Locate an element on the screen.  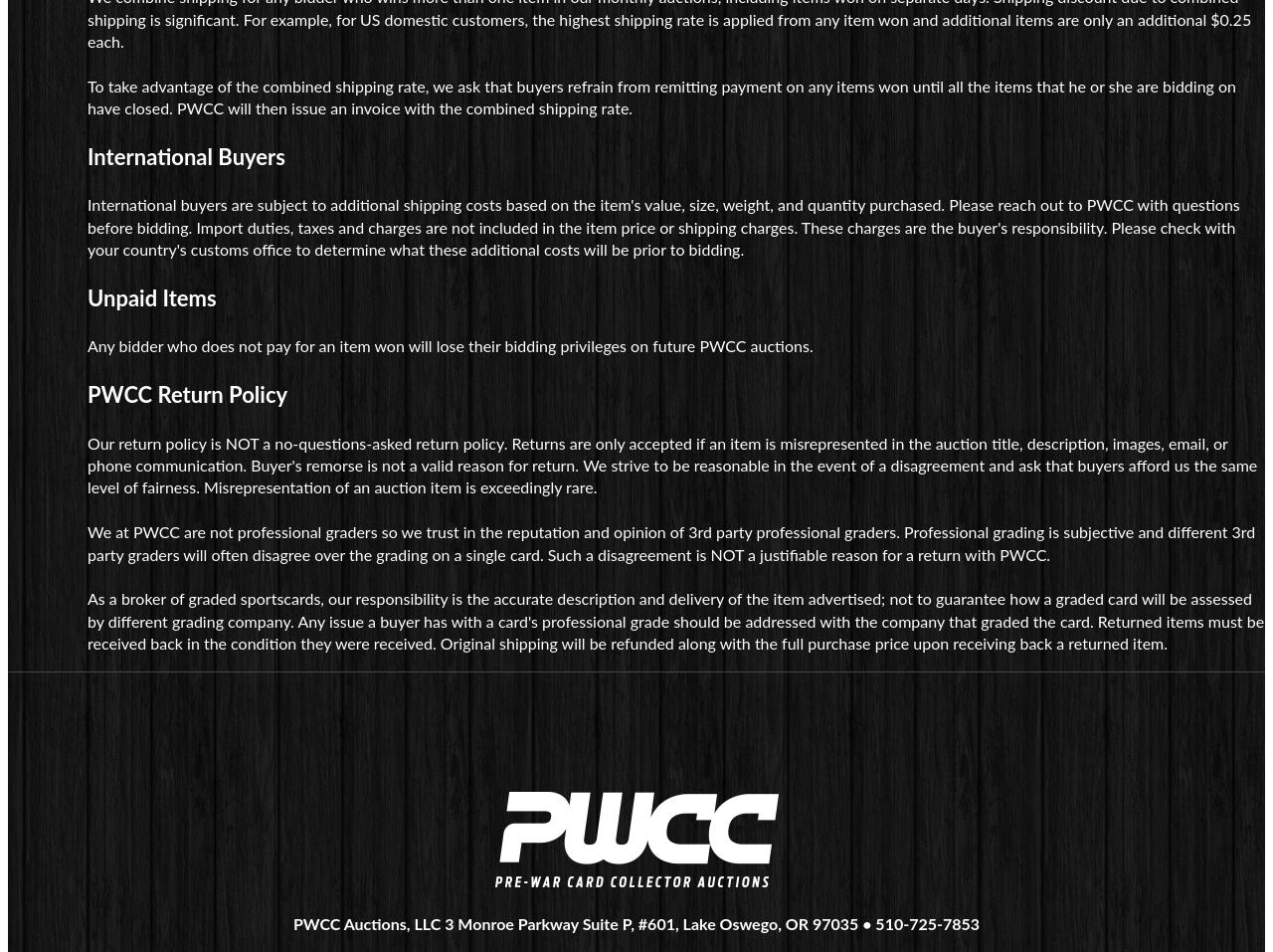
'To take advantage of the combined shipping rate, we ask that buyers refrain from remitting payment on any items won until all the items that he or she are bidding on have closed. PWCC will then issue an invoice with the combined shipping rate.' is located at coordinates (661, 97).